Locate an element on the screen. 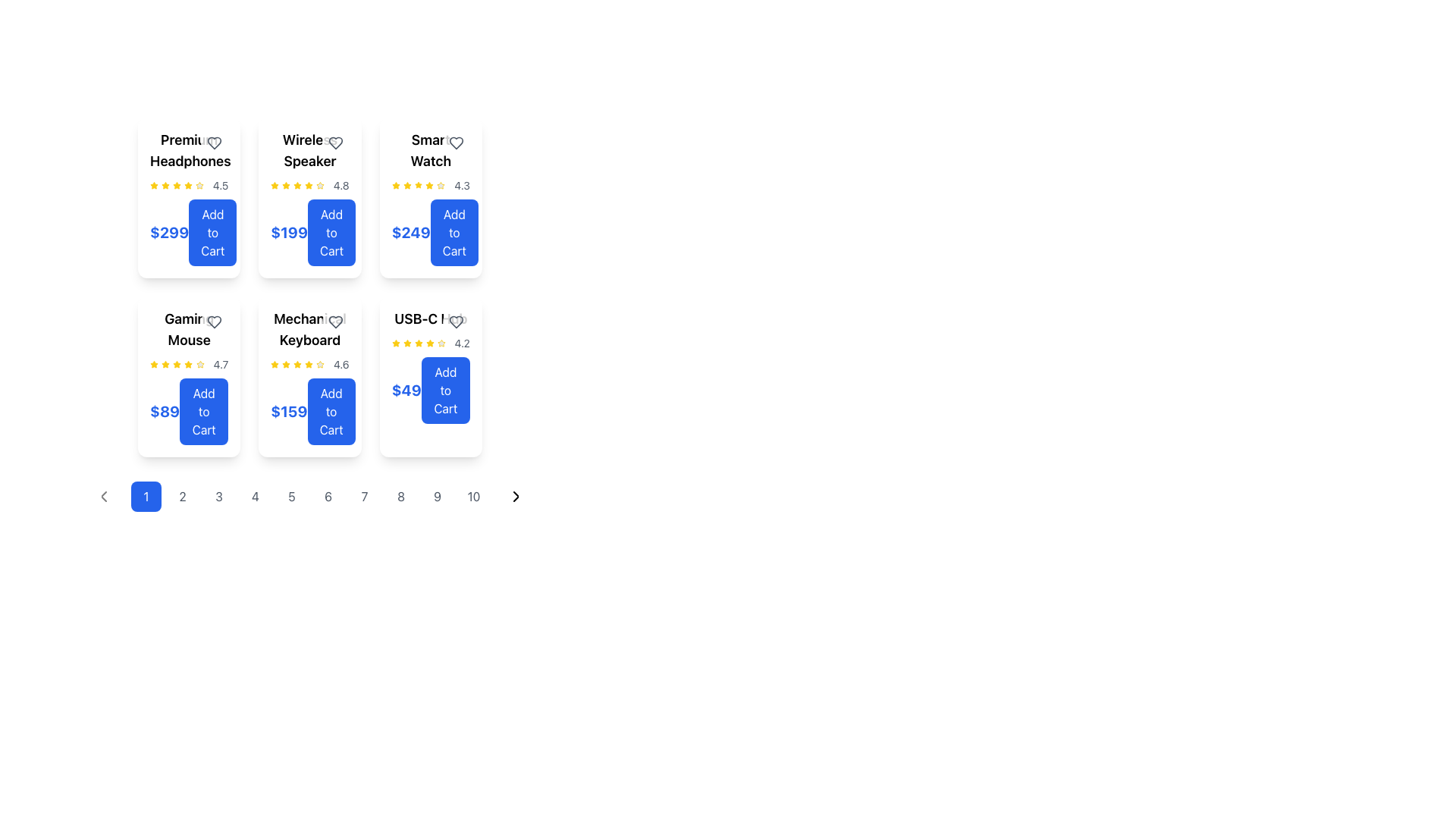 This screenshot has height=819, width=1456. the sixth yellow star icon in the product rating interface for 'Gaming Mouse' is located at coordinates (188, 365).